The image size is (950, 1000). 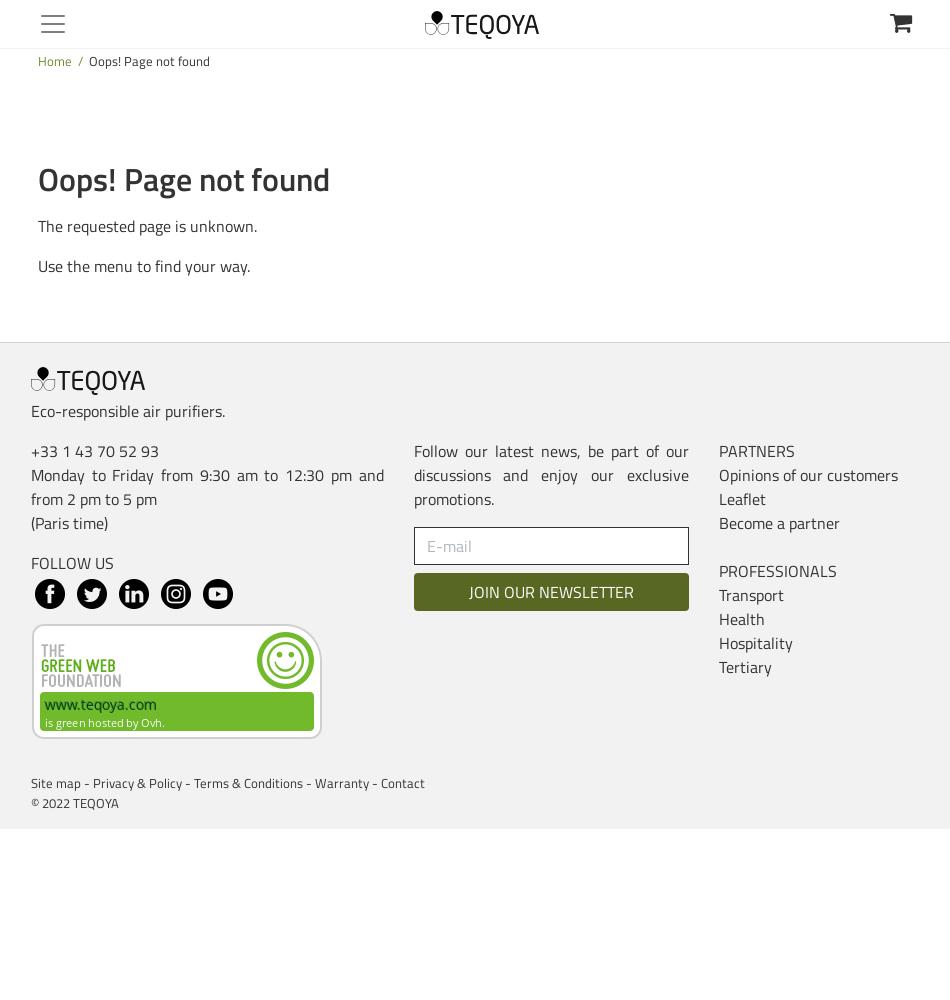 I want to click on 'Site map', so click(x=55, y=783).